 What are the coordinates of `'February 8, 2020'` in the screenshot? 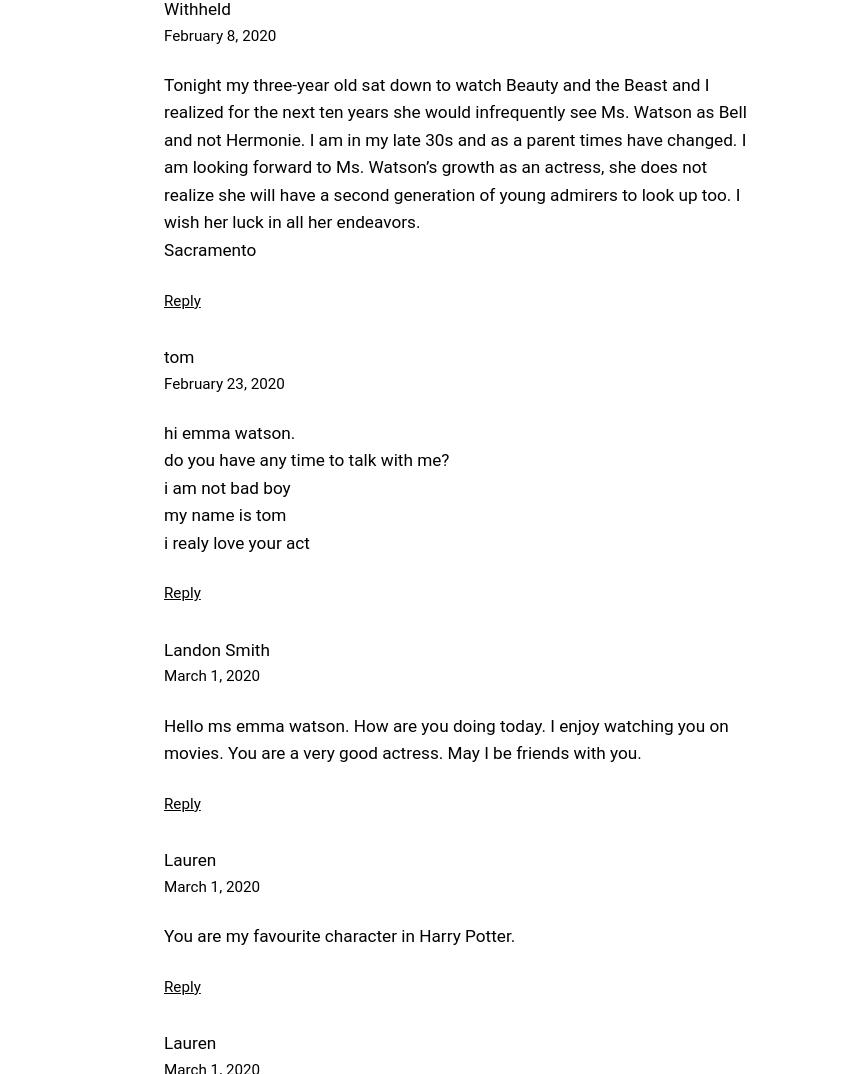 It's located at (219, 34).